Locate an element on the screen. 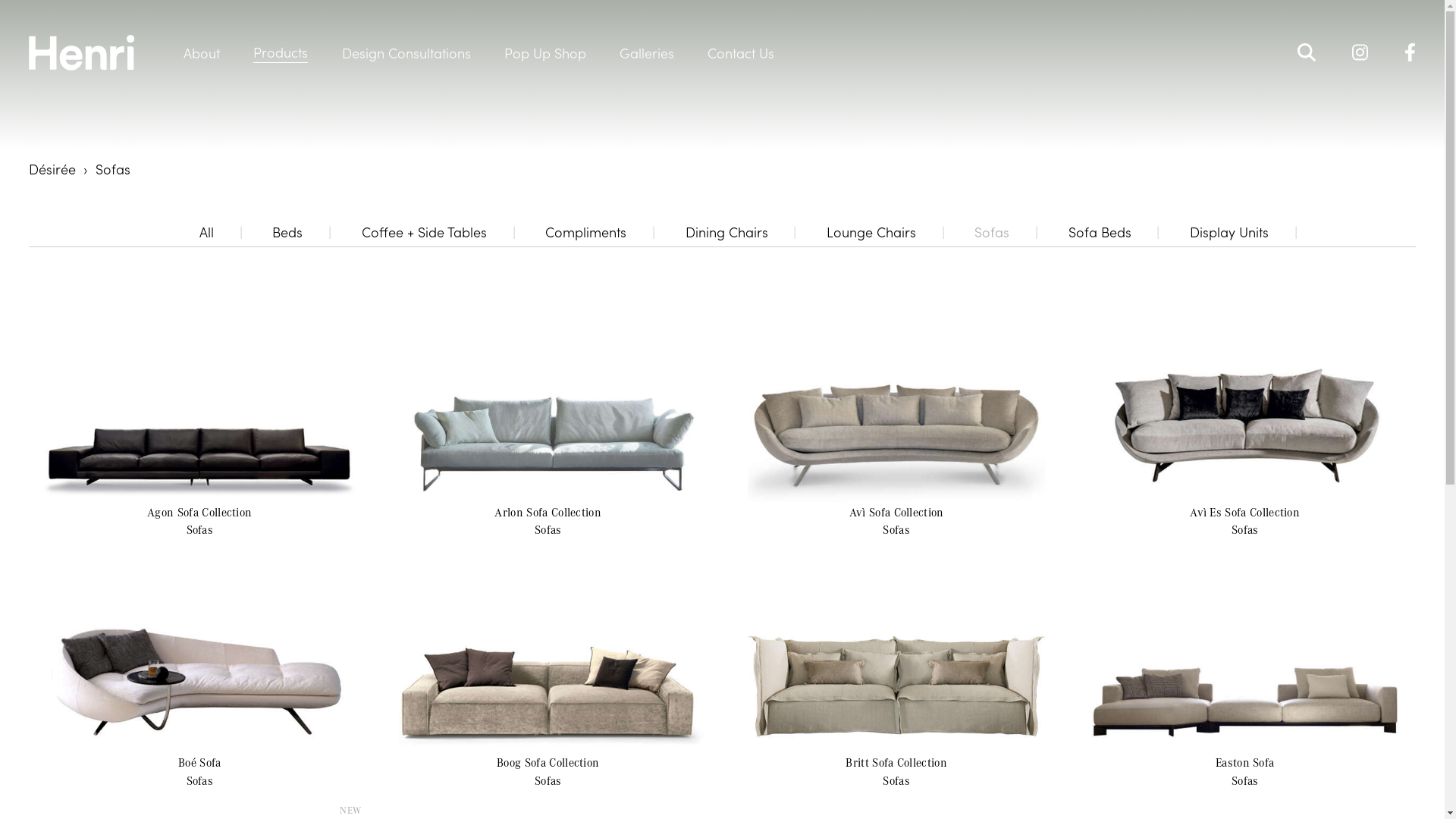 The image size is (1456, 819). 'About' is located at coordinates (182, 52).